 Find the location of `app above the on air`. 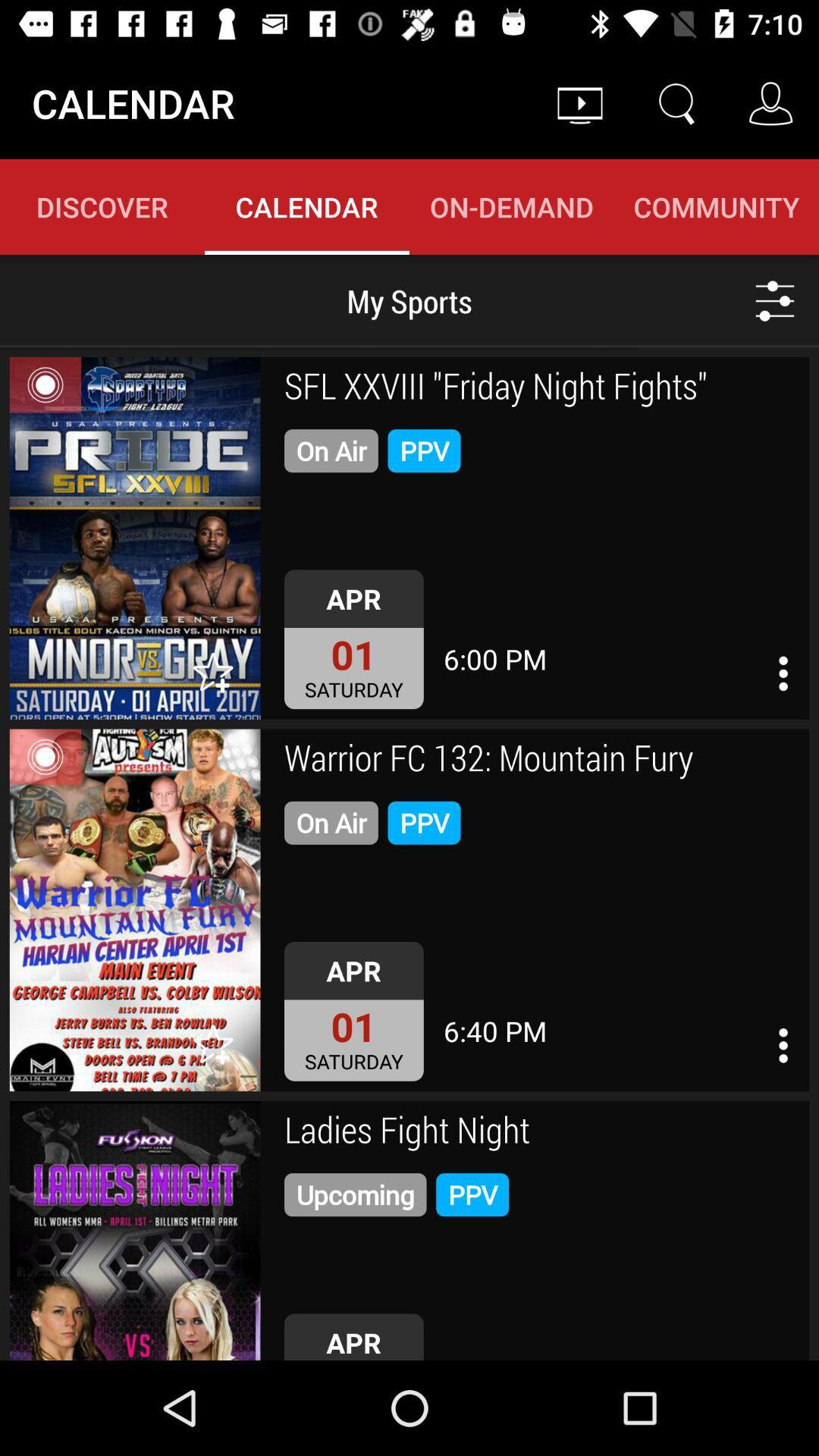

app above the on air is located at coordinates (541, 388).